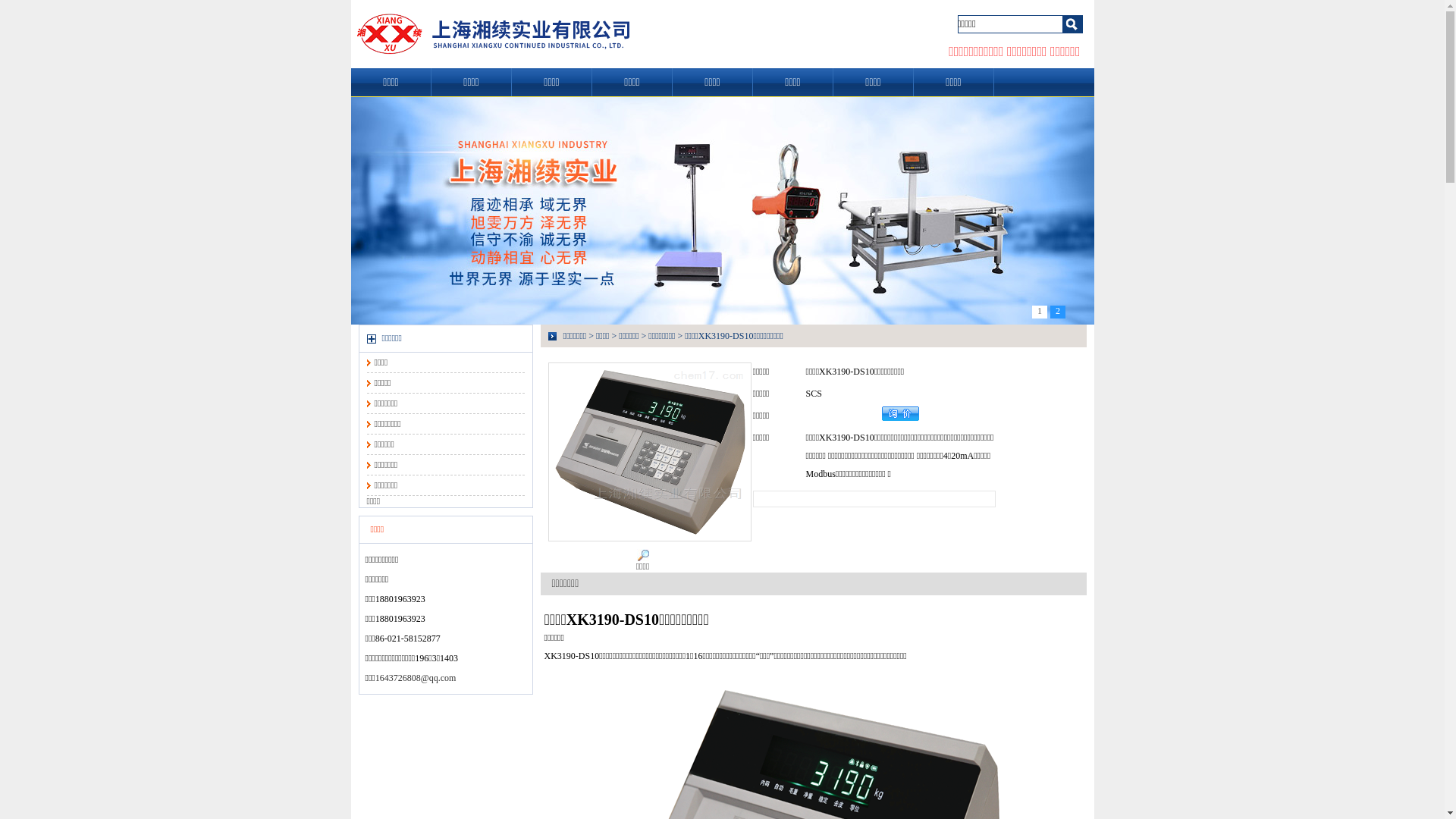 This screenshot has height=819, width=1456. Describe the element at coordinates (416, 677) in the screenshot. I see `'1643726808@qq.com'` at that location.